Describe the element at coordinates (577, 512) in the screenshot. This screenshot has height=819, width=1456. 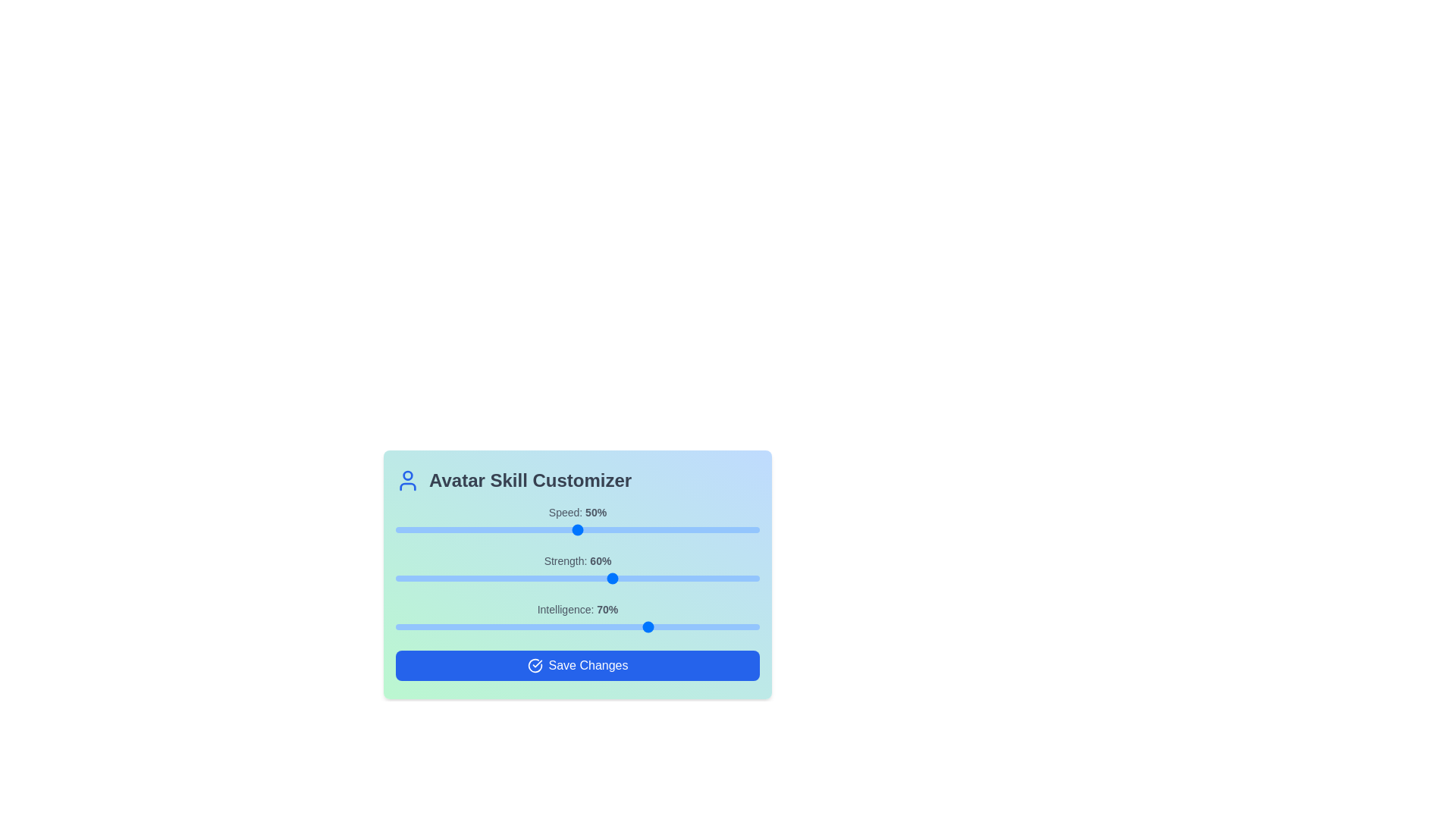
I see `the text label displaying 'Speed: 50%', which has 'Speed:' in a smaller font and '50%' in a bold, larger font, located above the associated slider control` at that location.